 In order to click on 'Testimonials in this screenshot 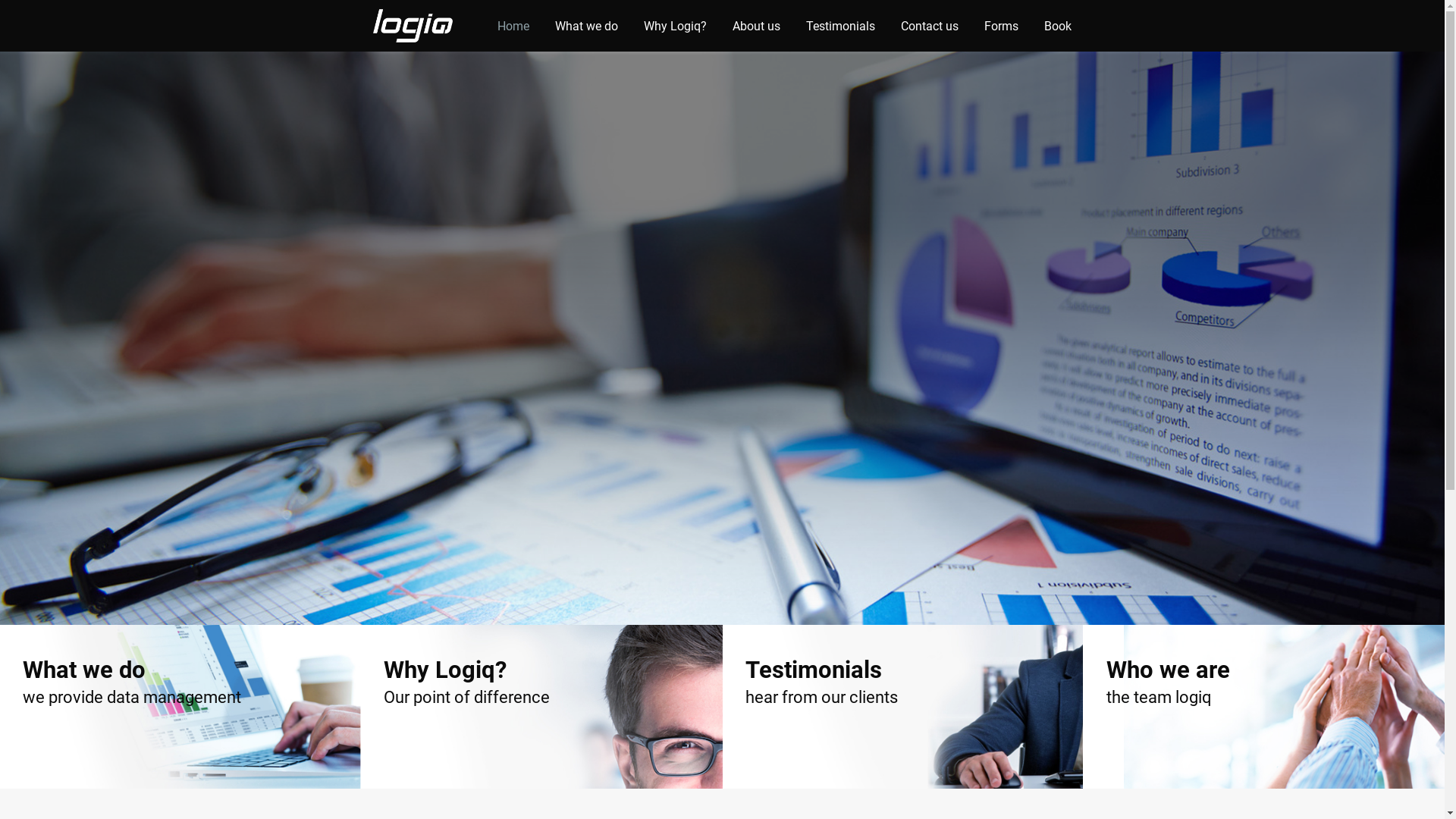, I will do `click(902, 707)`.